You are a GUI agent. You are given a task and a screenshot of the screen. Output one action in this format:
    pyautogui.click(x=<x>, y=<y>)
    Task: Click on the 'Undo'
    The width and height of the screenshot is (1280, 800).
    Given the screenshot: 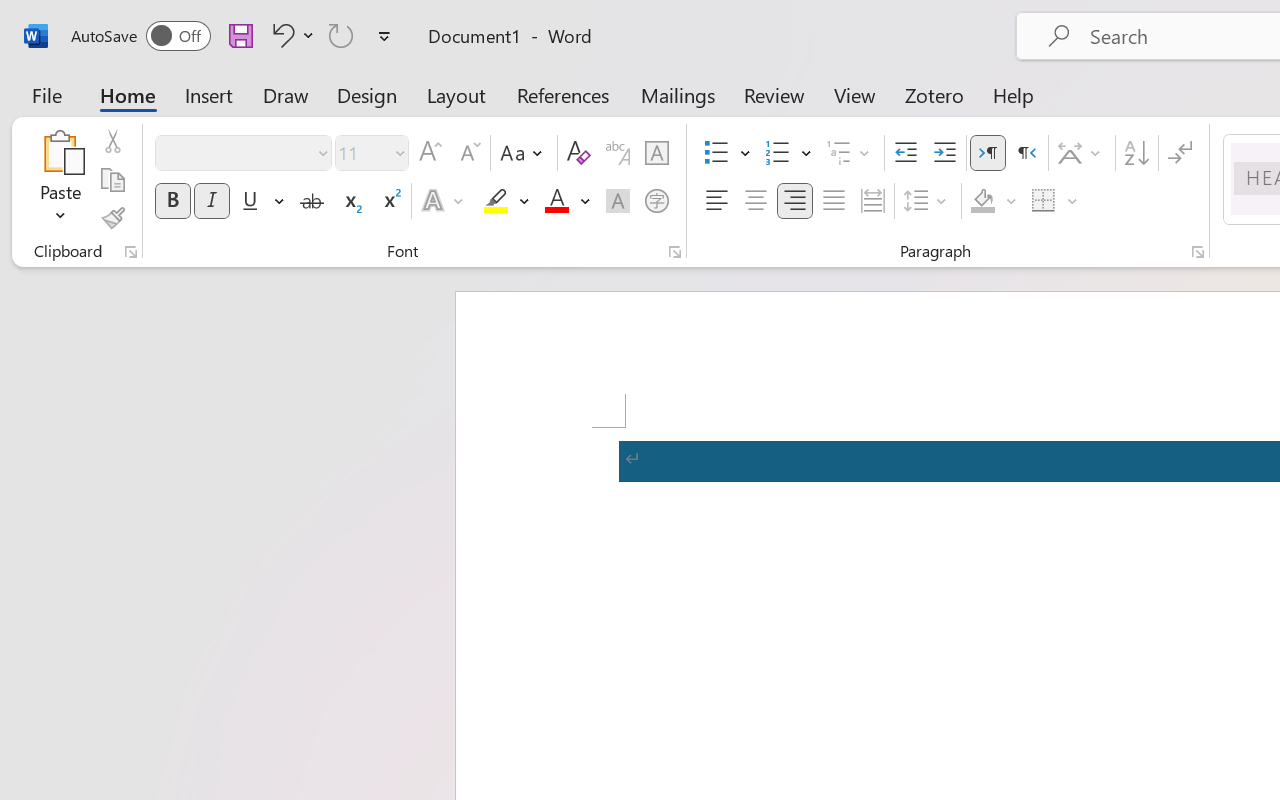 What is the action you would take?
    pyautogui.click(x=279, y=34)
    